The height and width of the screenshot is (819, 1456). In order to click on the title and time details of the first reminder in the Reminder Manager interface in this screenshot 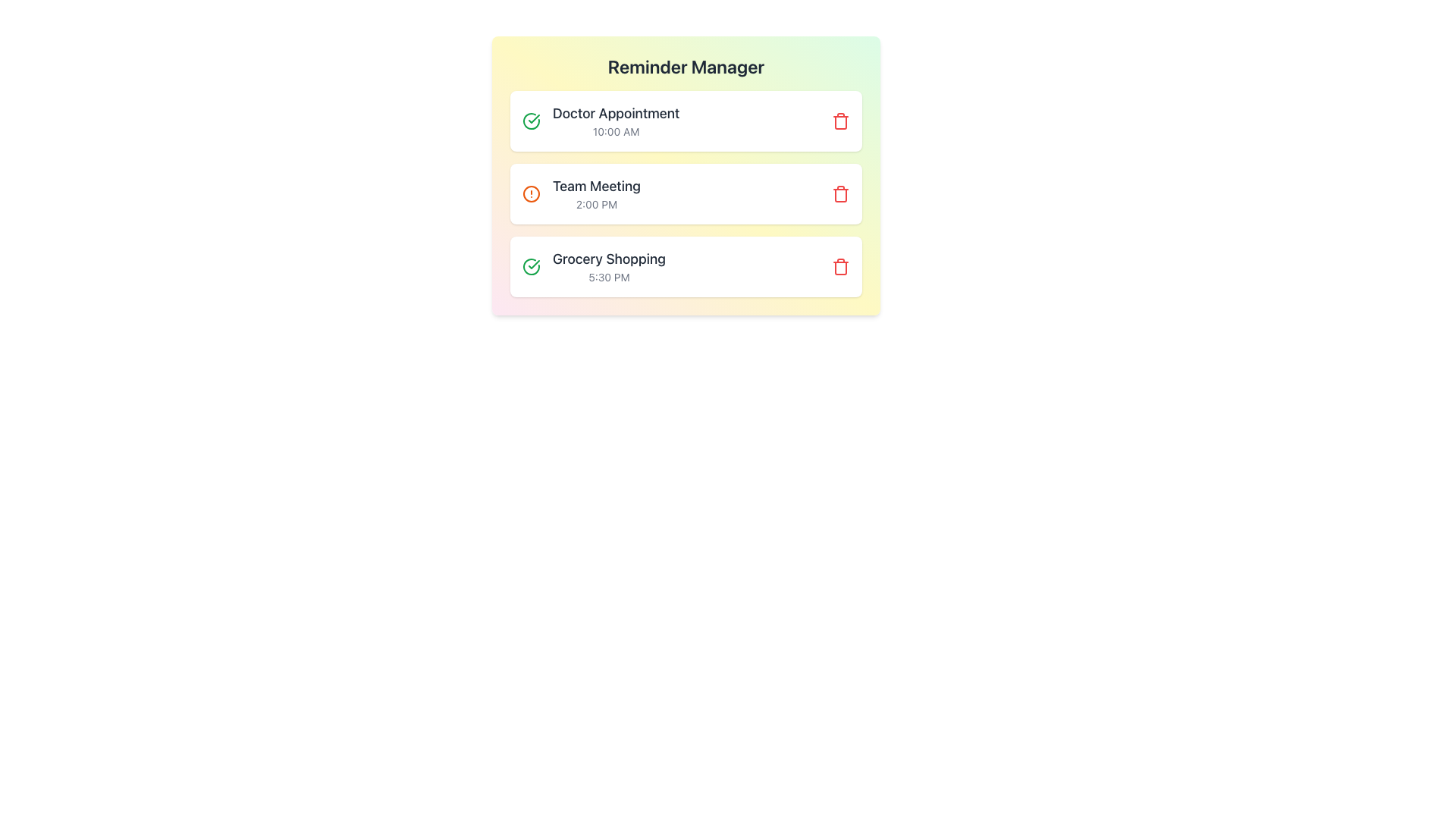, I will do `click(616, 120)`.